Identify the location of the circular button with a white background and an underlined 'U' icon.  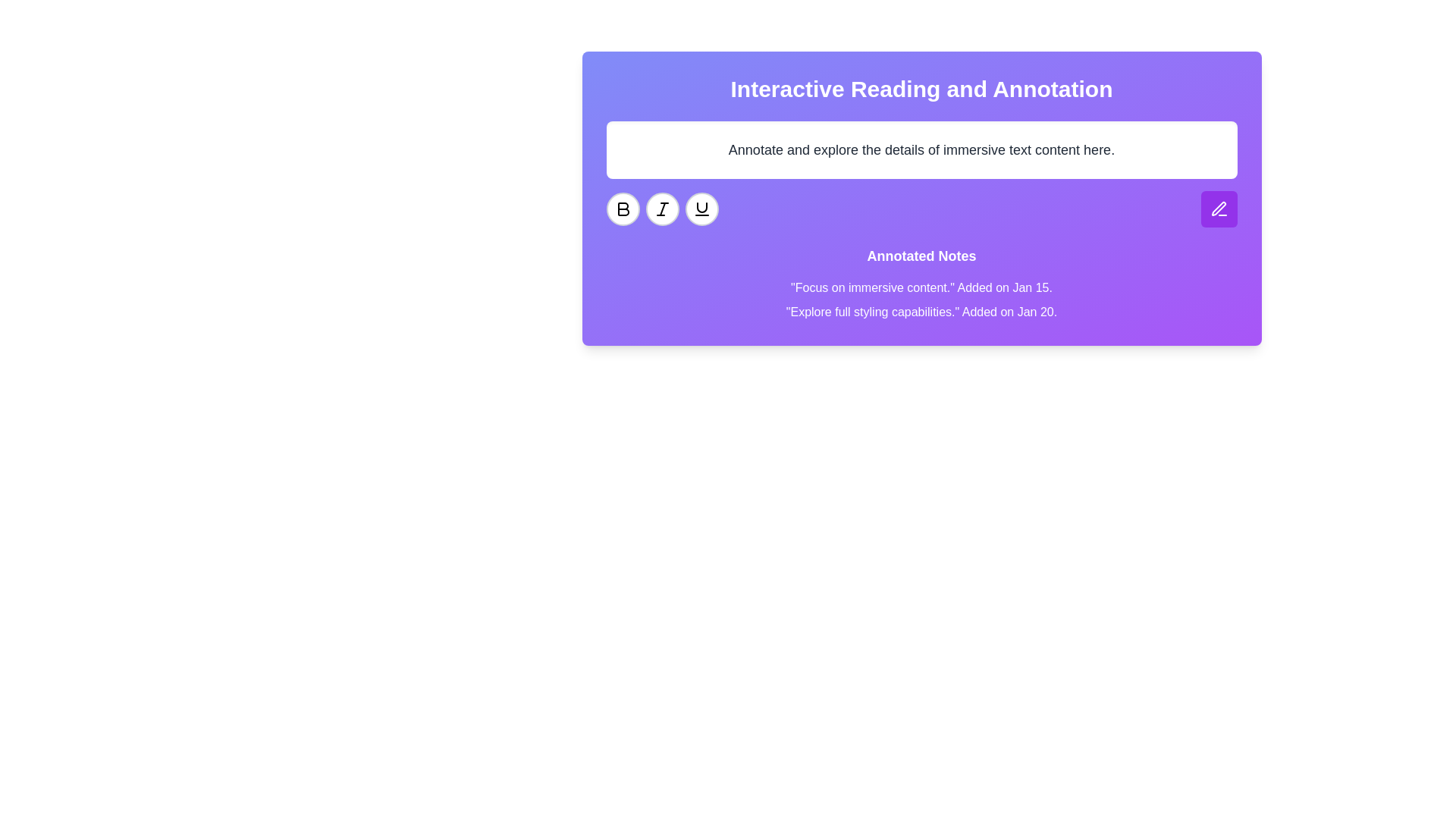
(701, 209).